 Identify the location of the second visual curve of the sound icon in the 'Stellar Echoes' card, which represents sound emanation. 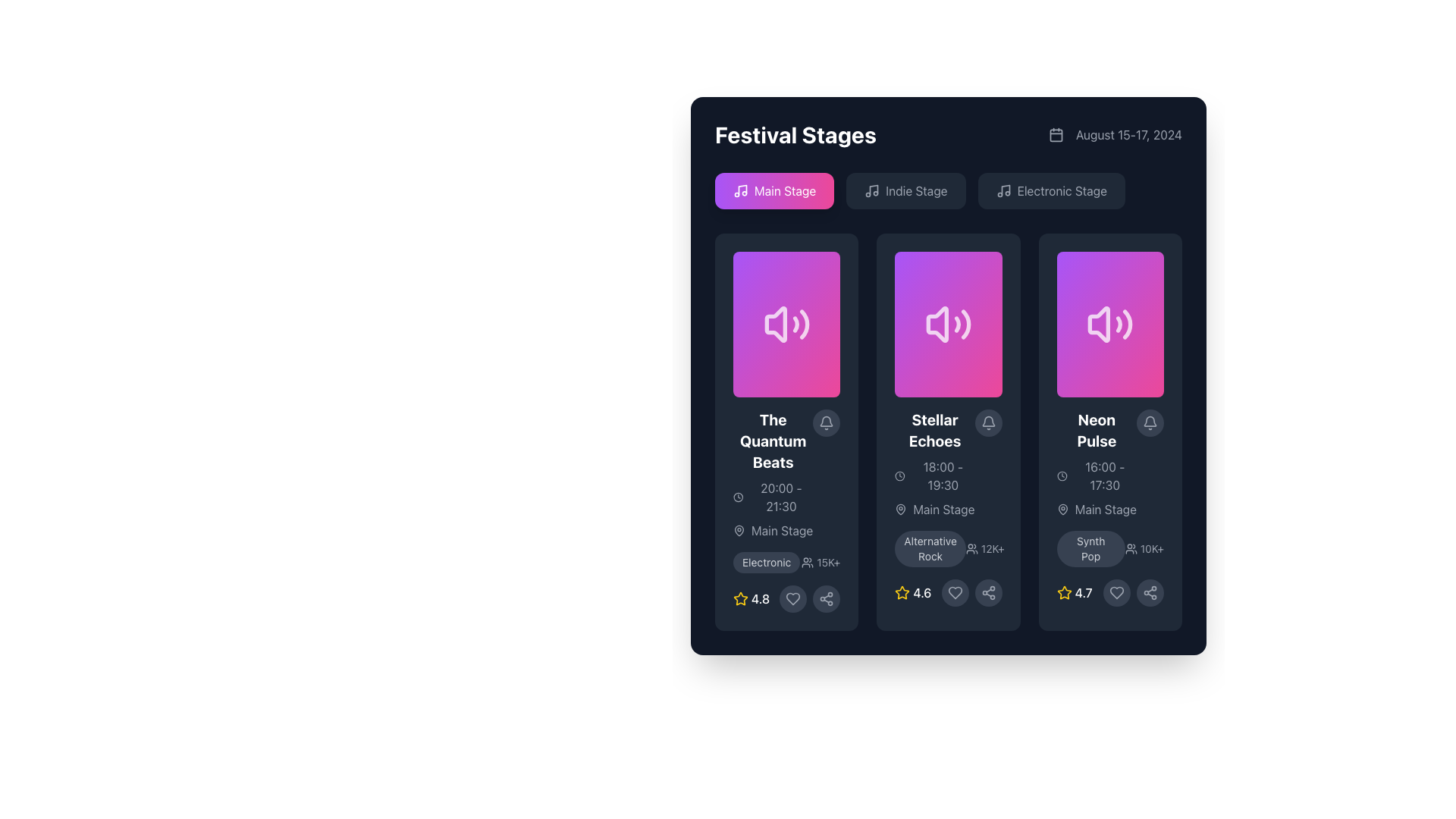
(956, 324).